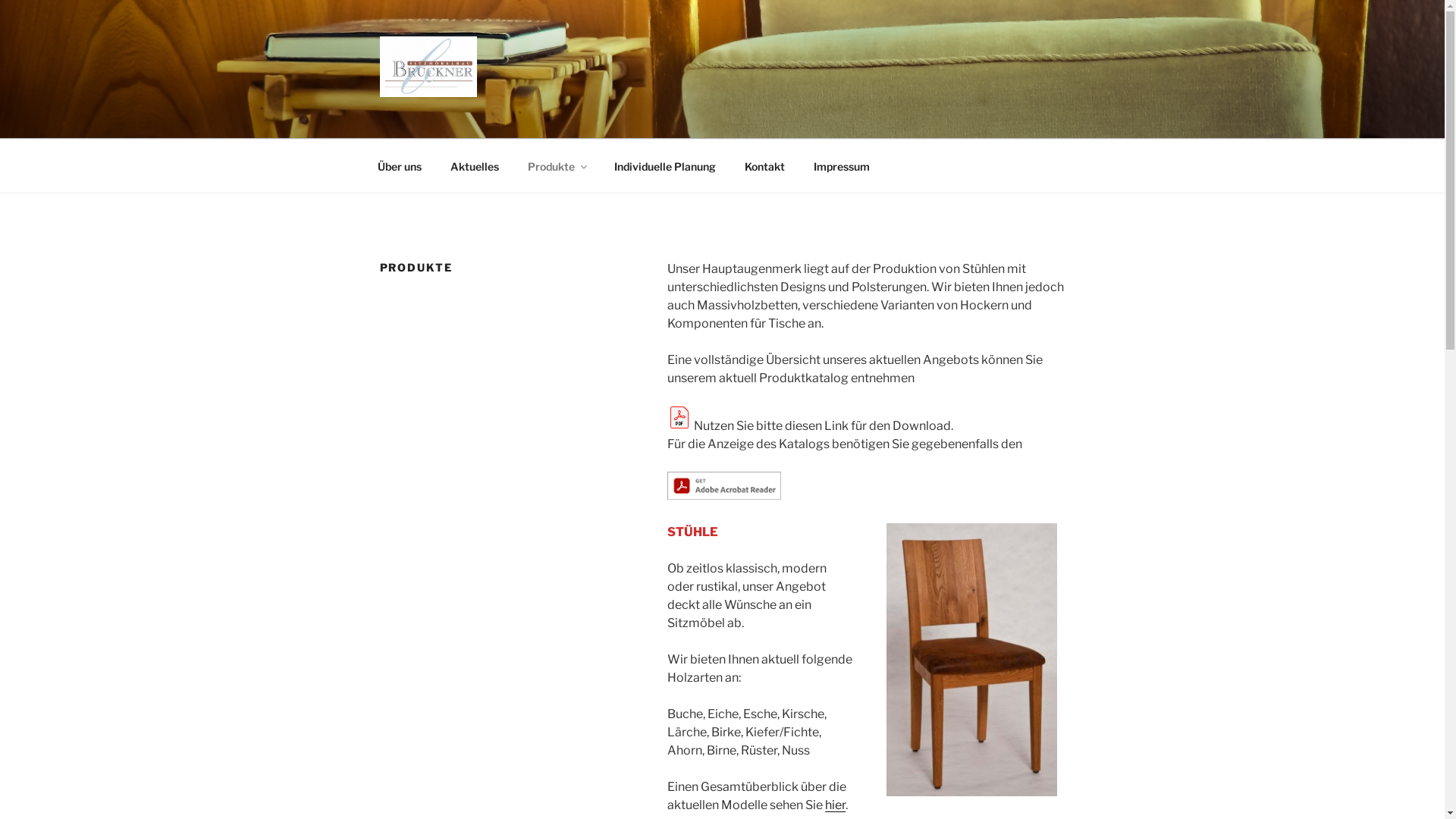 This screenshot has width=1456, height=819. I want to click on 'Impressum', so click(841, 165).